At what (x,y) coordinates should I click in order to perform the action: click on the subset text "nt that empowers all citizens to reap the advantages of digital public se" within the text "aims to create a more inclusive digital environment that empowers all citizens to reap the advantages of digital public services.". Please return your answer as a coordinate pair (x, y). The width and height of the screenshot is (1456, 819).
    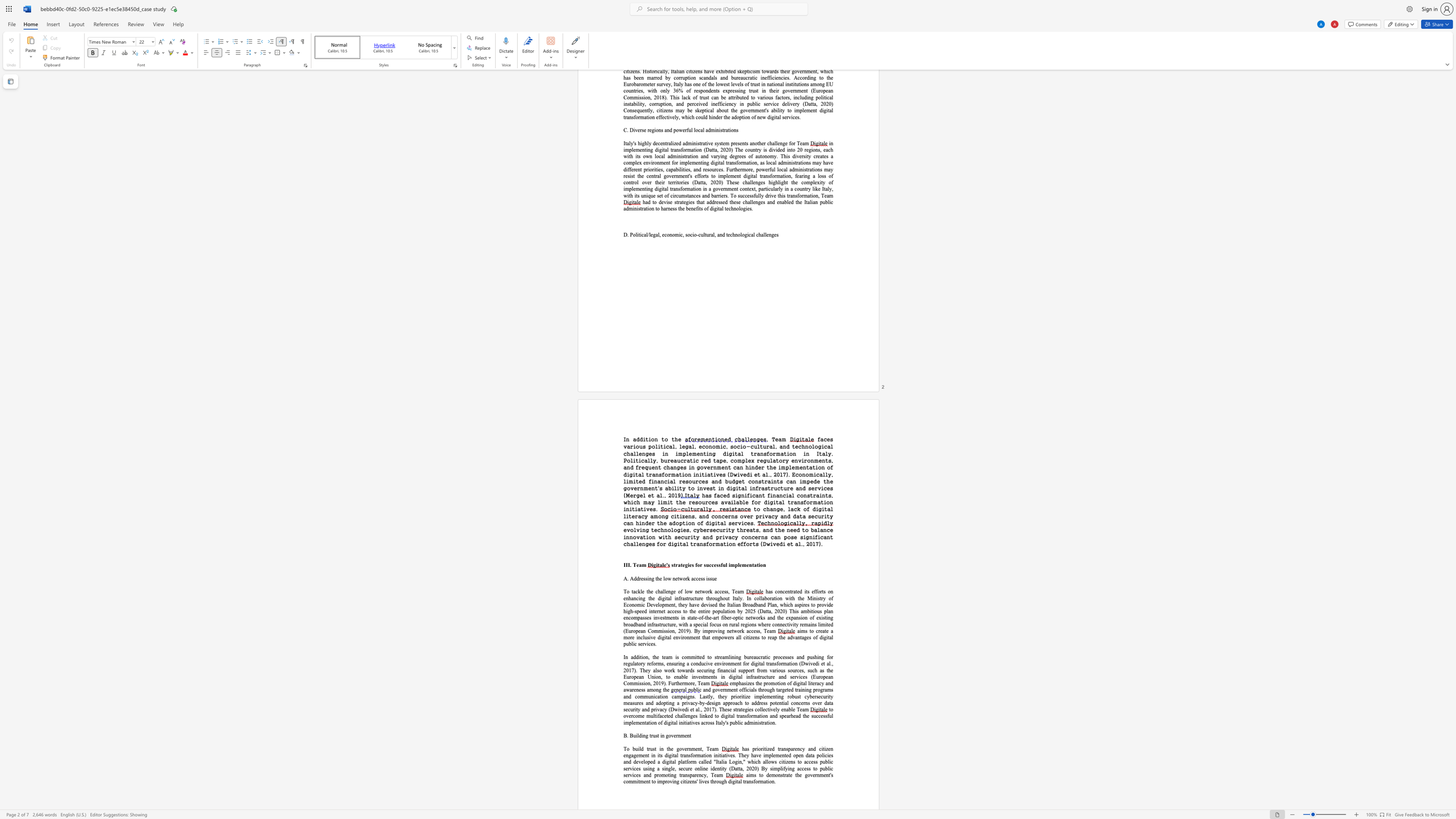
    Looking at the image, I should click on (696, 638).